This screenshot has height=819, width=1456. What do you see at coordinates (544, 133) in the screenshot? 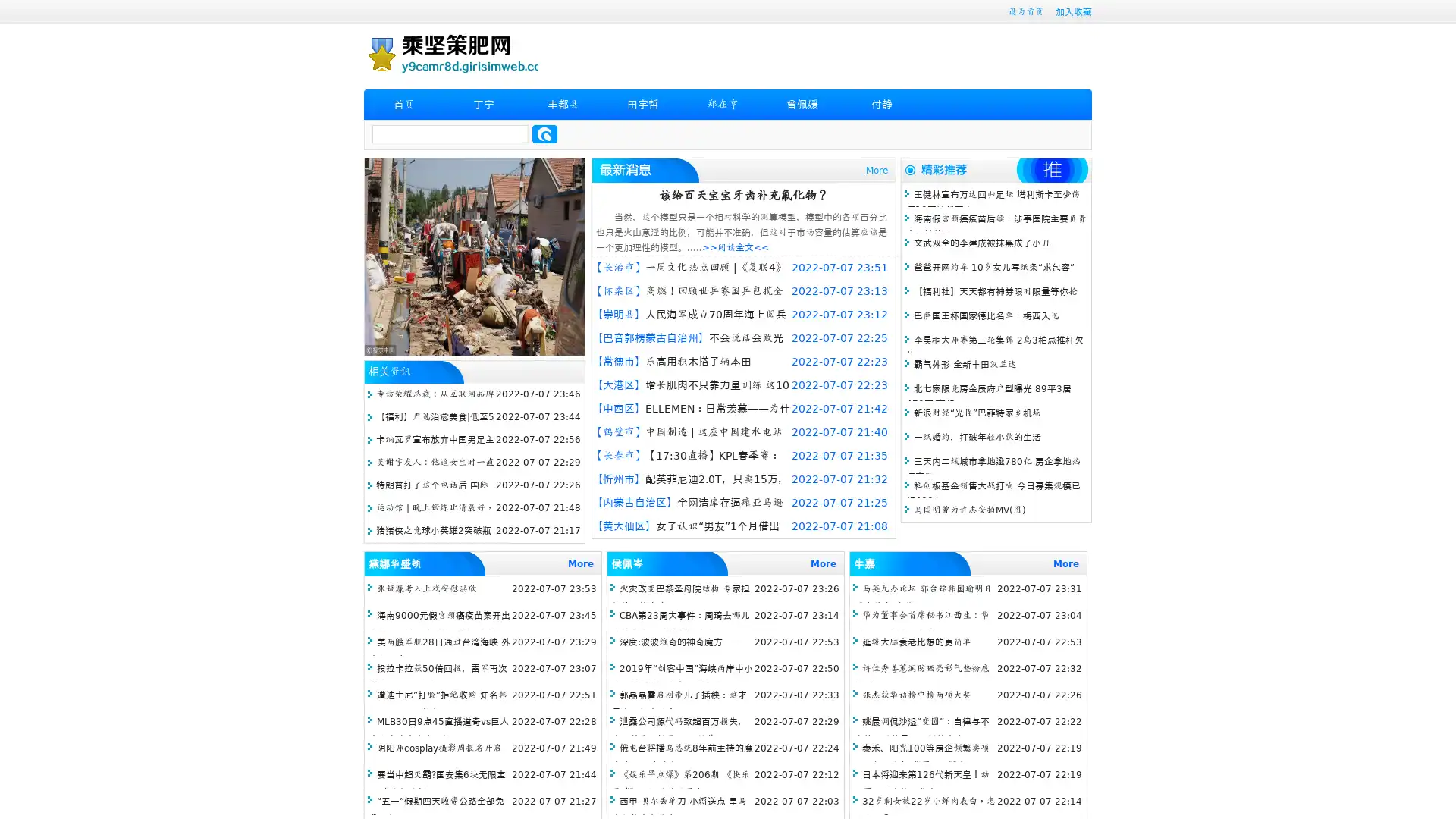
I see `Search` at bounding box center [544, 133].